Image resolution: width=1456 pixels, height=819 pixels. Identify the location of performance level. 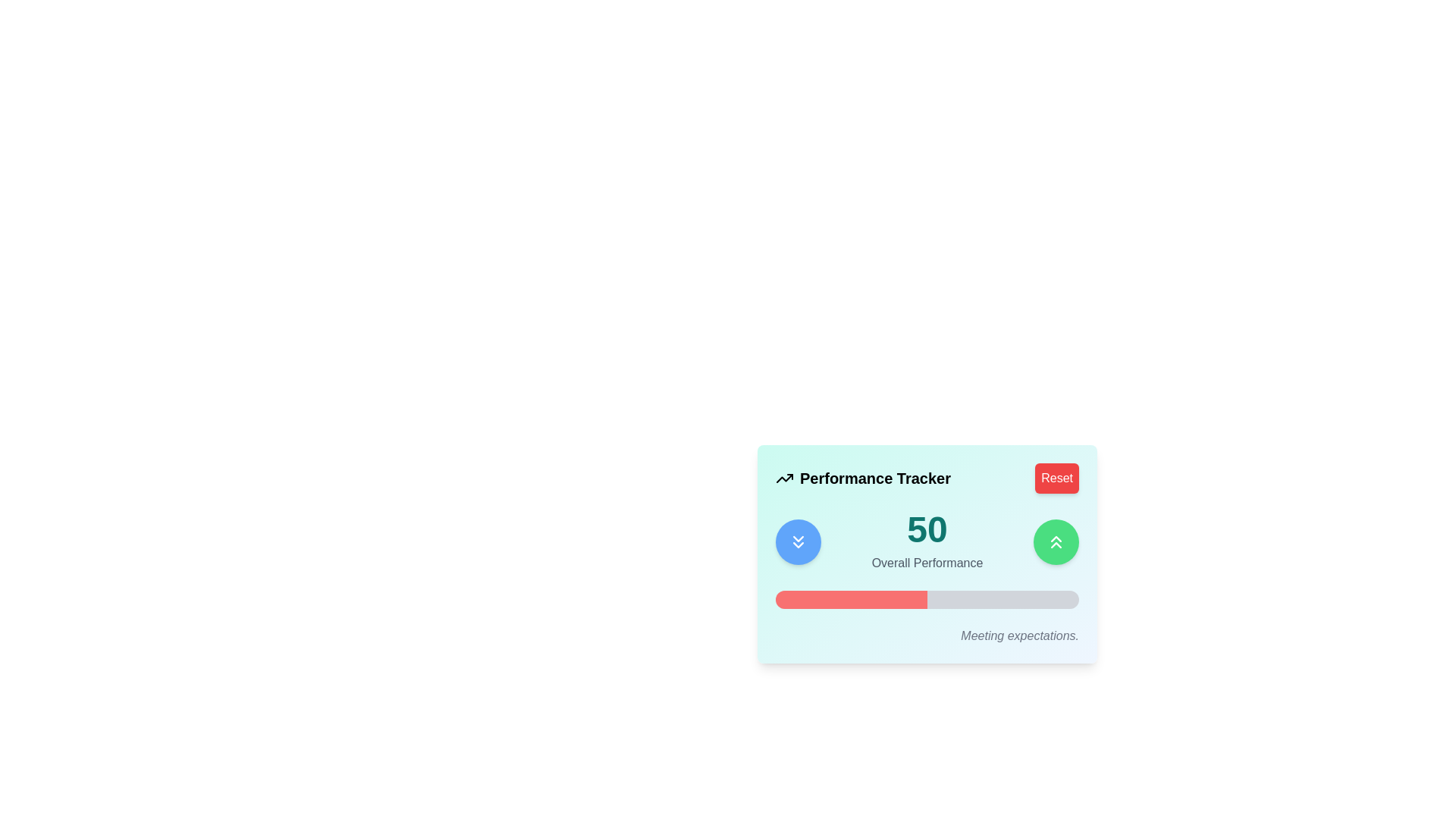
(902, 598).